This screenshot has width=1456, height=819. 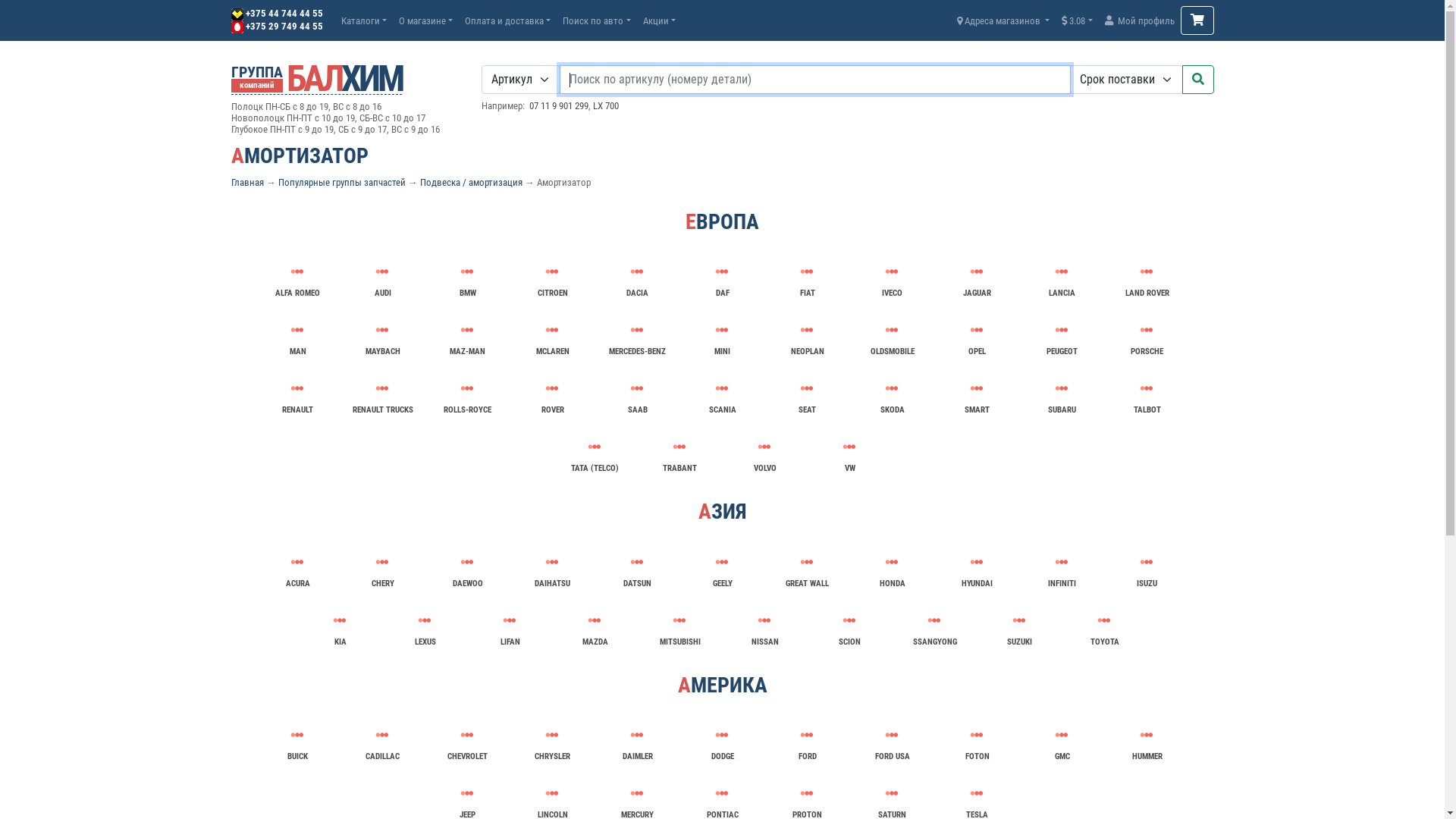 What do you see at coordinates (382, 739) in the screenshot?
I see `'CADILLAC'` at bounding box center [382, 739].